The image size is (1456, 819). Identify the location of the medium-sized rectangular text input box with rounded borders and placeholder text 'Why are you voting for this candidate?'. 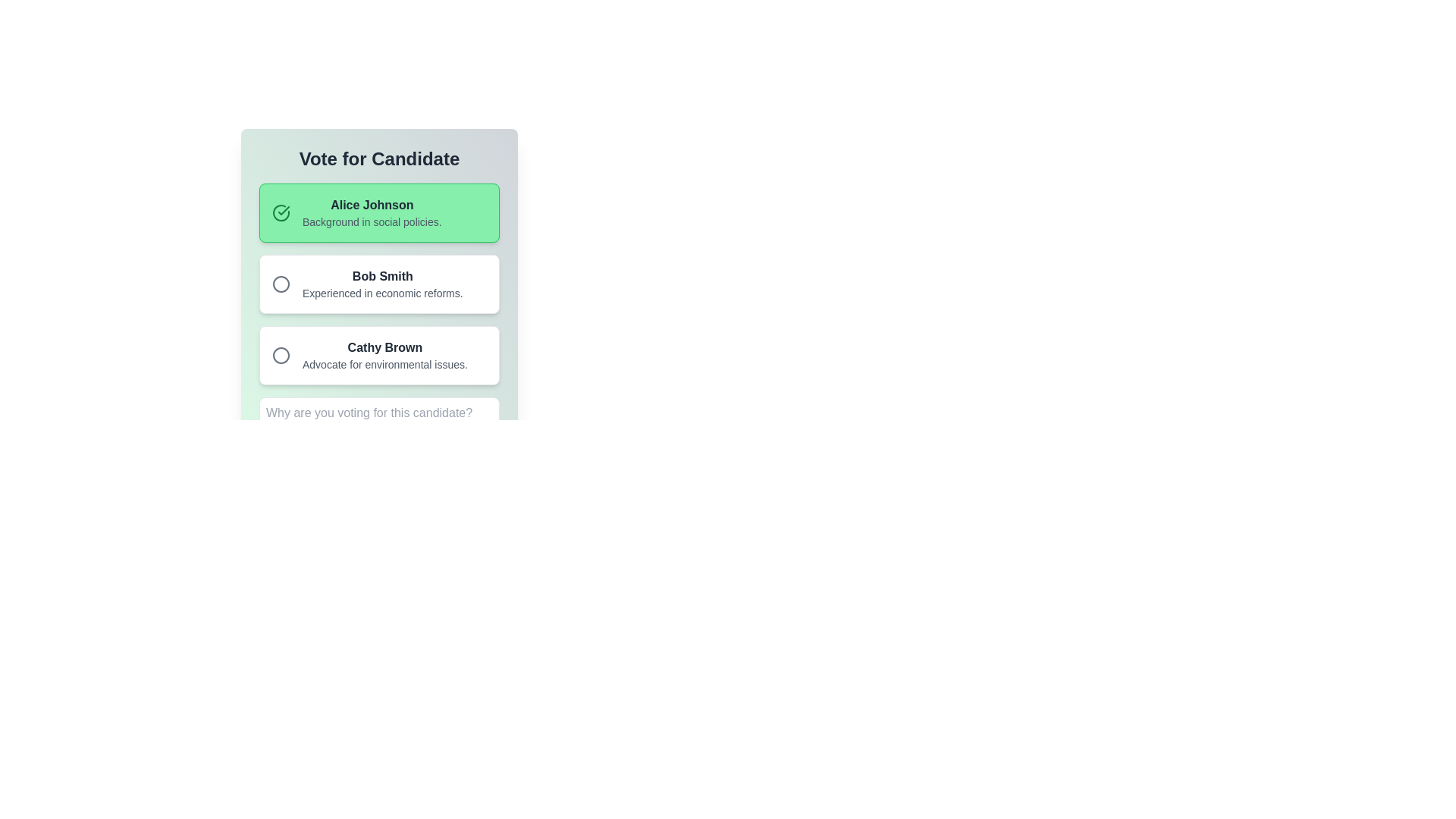
(379, 422).